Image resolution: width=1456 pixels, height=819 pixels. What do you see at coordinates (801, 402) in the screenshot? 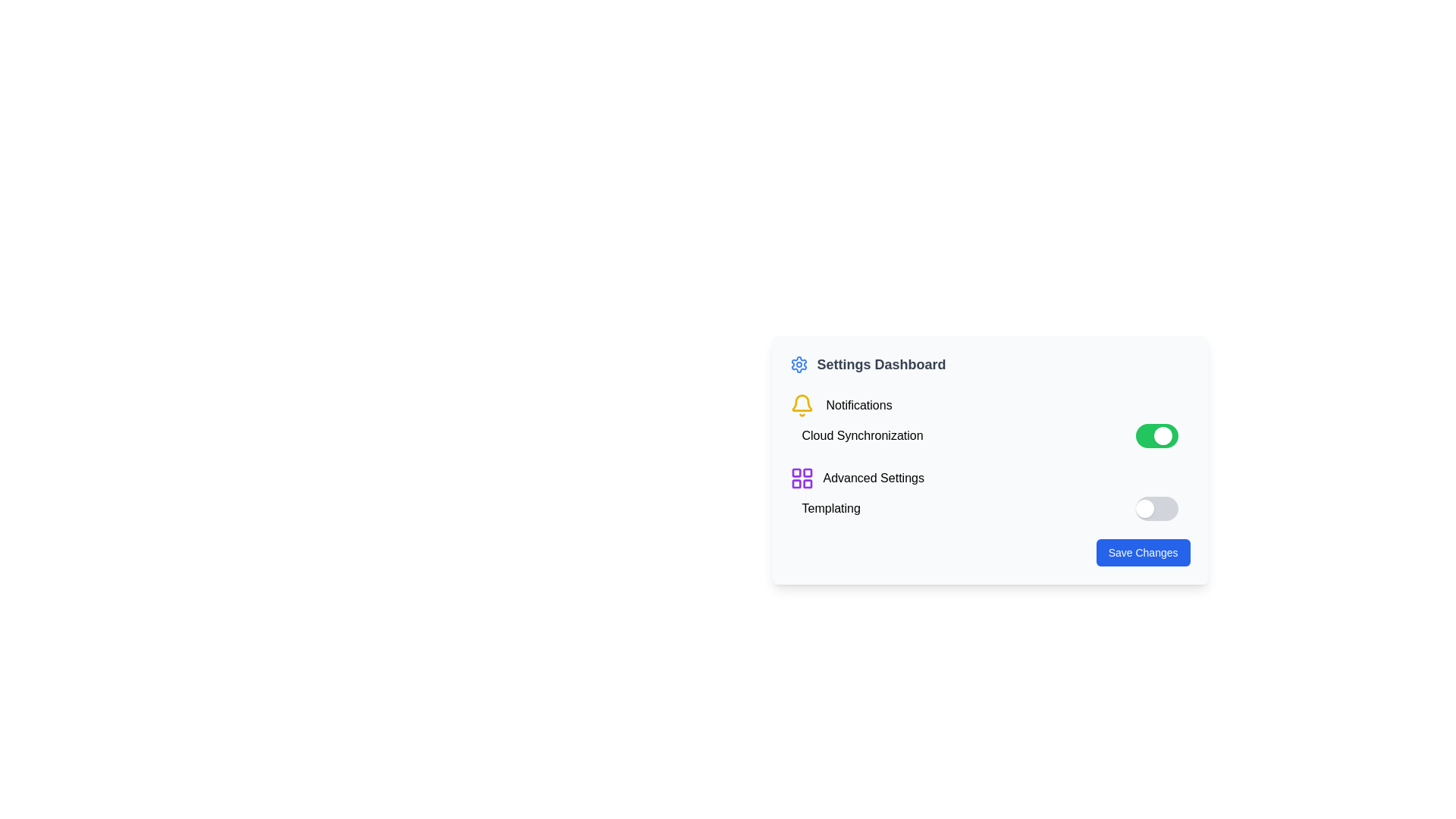
I see `notification bell icon element using developer tools, which is represented by the primary outline of the icon located at the top-left corner of the visible settings panel` at bounding box center [801, 402].